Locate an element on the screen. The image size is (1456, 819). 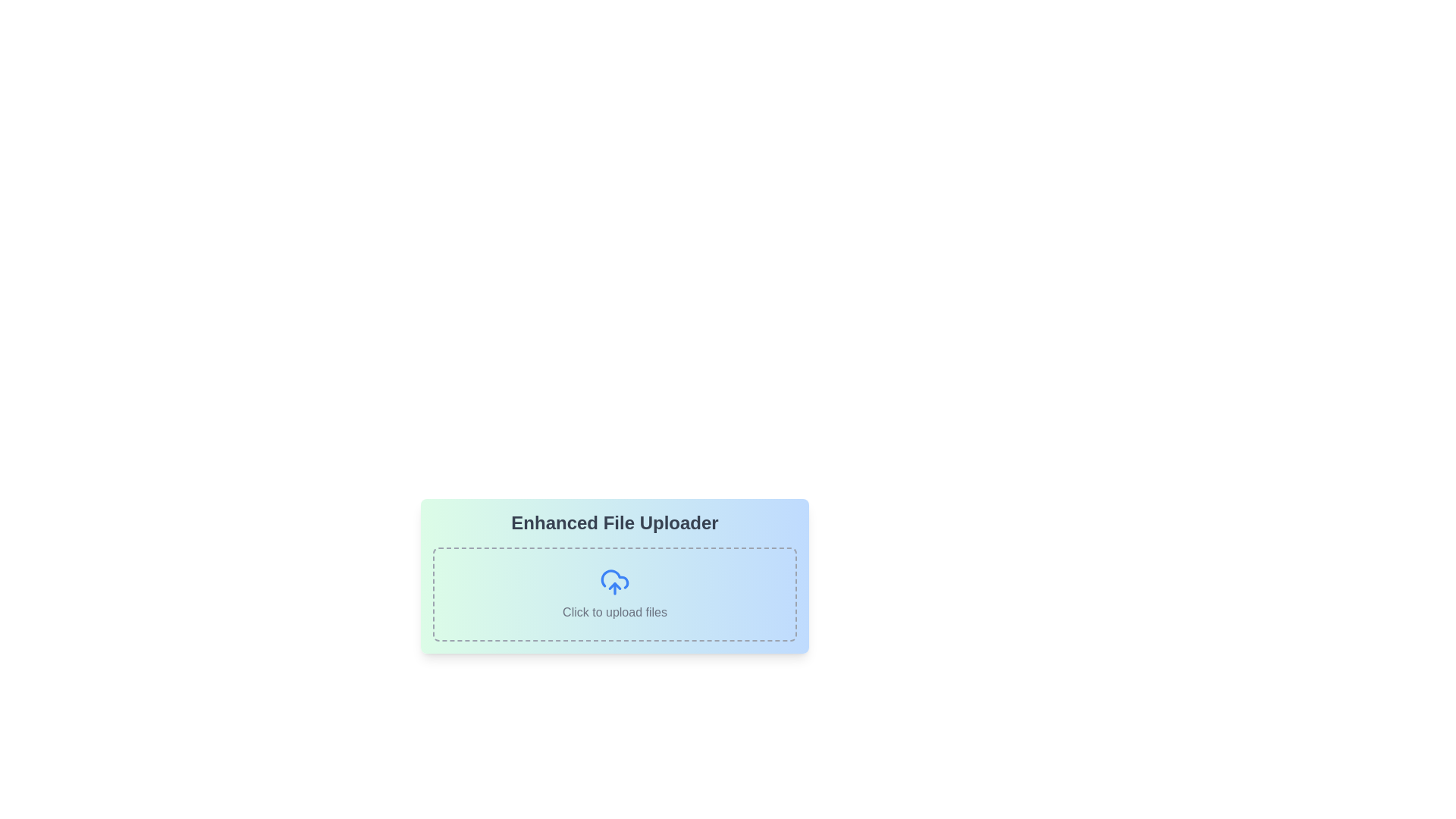
the file upload icon located in the 'Click to upload files' section of the 'Enhanced File Uploader' interface is located at coordinates (615, 581).